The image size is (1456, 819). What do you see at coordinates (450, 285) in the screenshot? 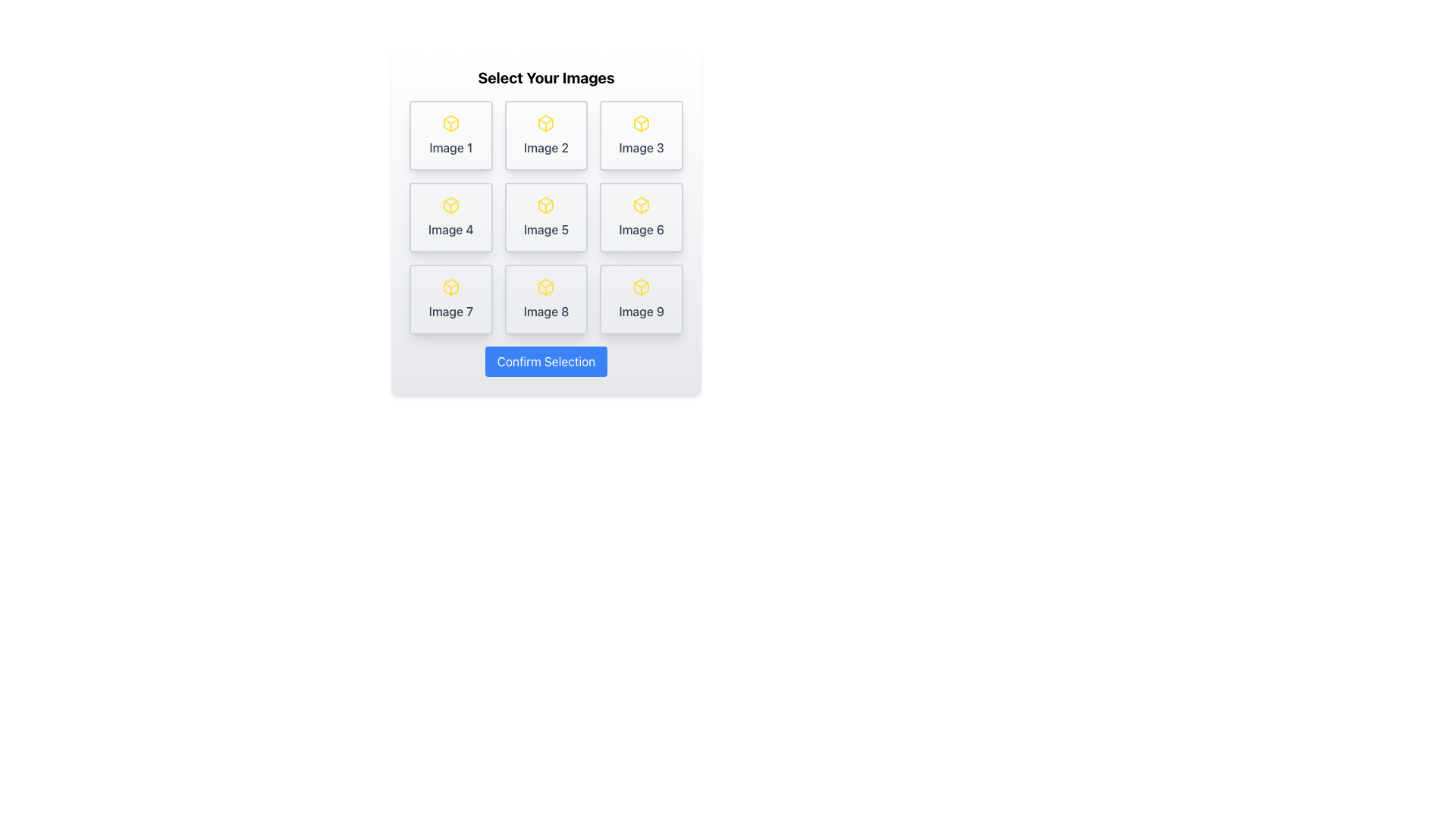
I see `the horizontal triangular line inside the SVG graphics of the box icon, which is part of the seventh item in a grid of selectable items` at bounding box center [450, 285].